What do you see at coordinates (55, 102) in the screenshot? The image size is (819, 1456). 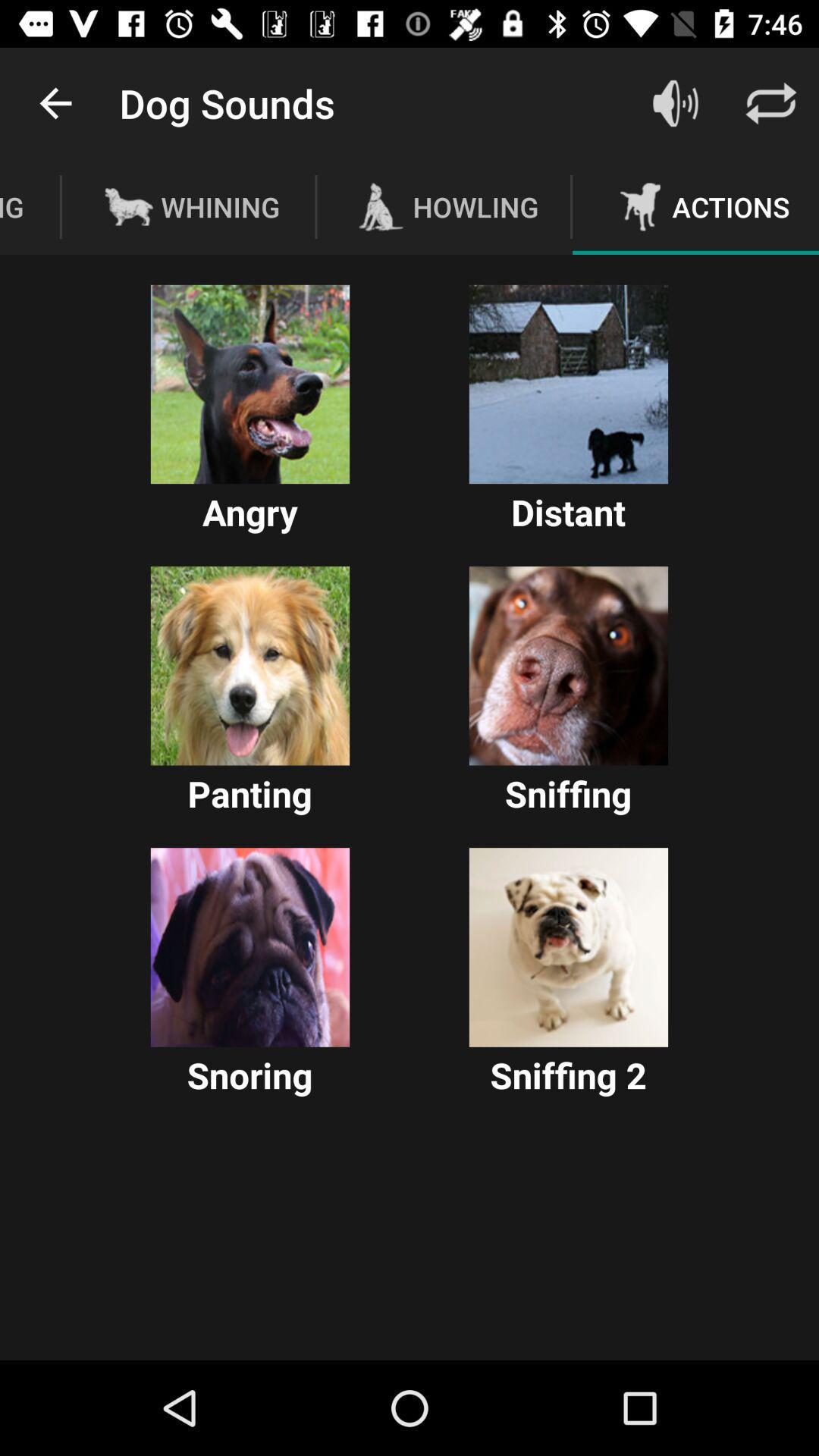 I see `icon next to the dog sounds` at bounding box center [55, 102].